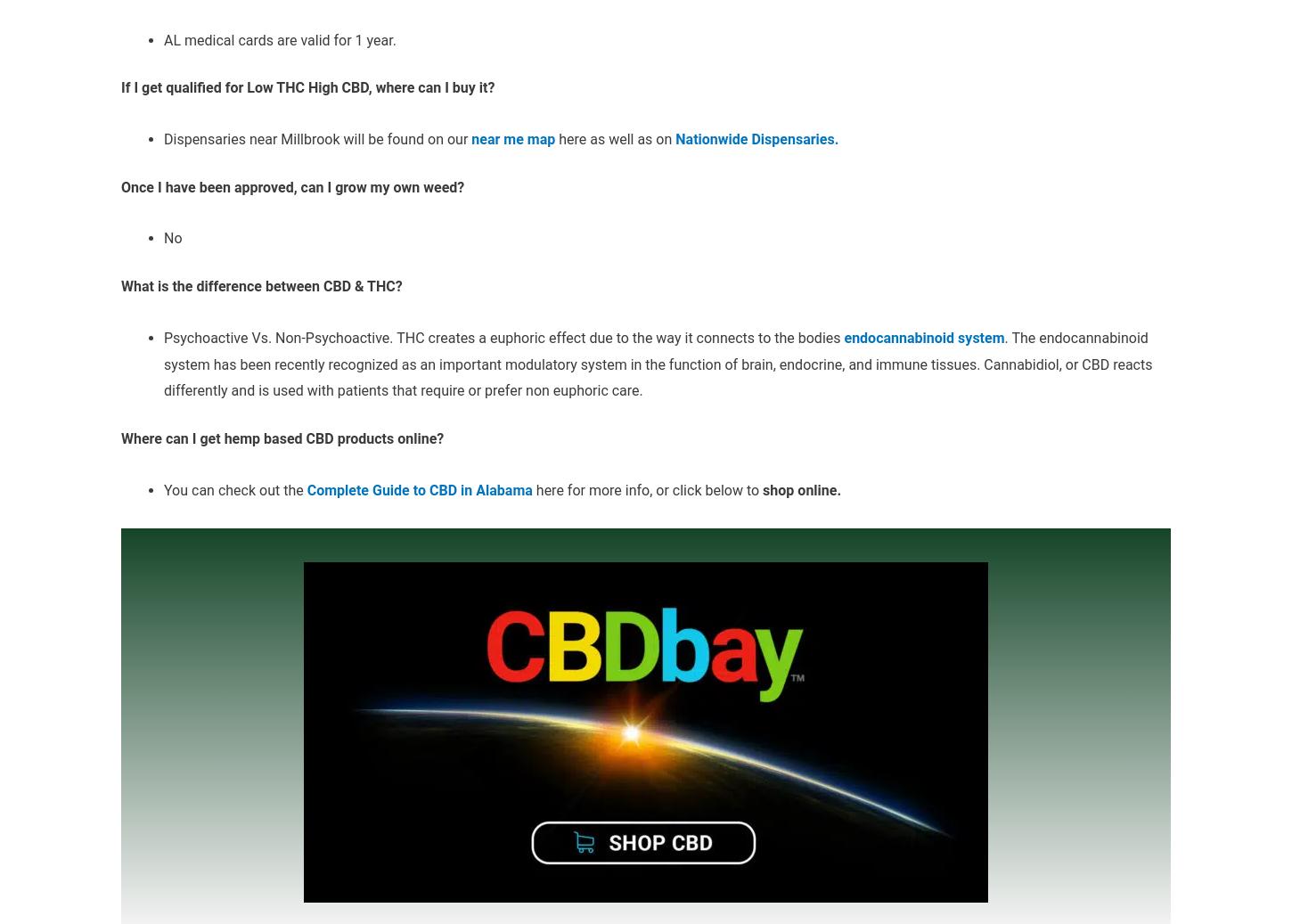  Describe the element at coordinates (420, 489) in the screenshot. I see `'Complete Guide to CBD in Alabama'` at that location.